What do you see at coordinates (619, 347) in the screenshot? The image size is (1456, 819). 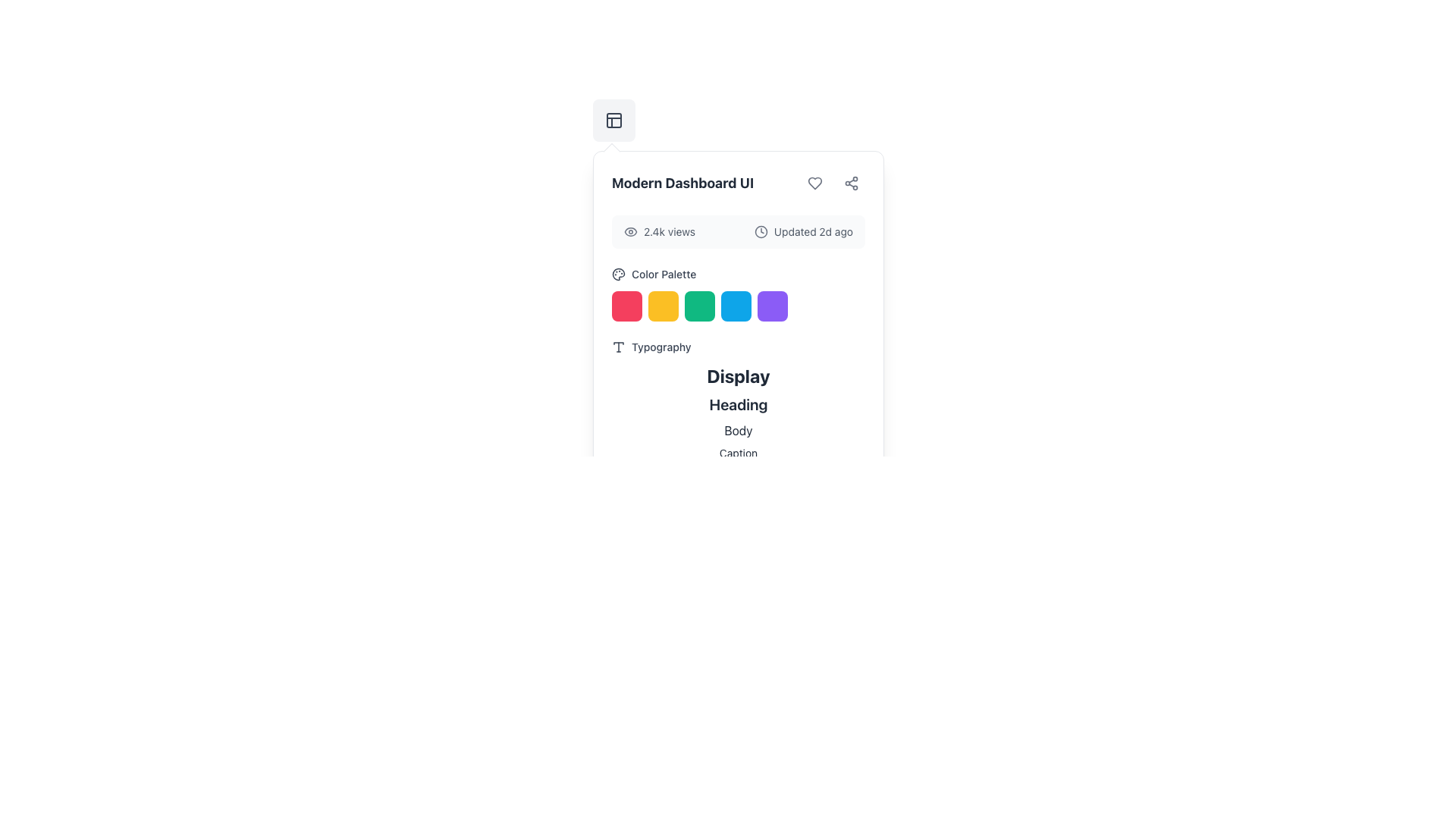 I see `the 'T' typography icon, which is the leftmost component in the 'Typography' label group, rendered in dark gray color and adjacent to the text 'Typography'` at bounding box center [619, 347].